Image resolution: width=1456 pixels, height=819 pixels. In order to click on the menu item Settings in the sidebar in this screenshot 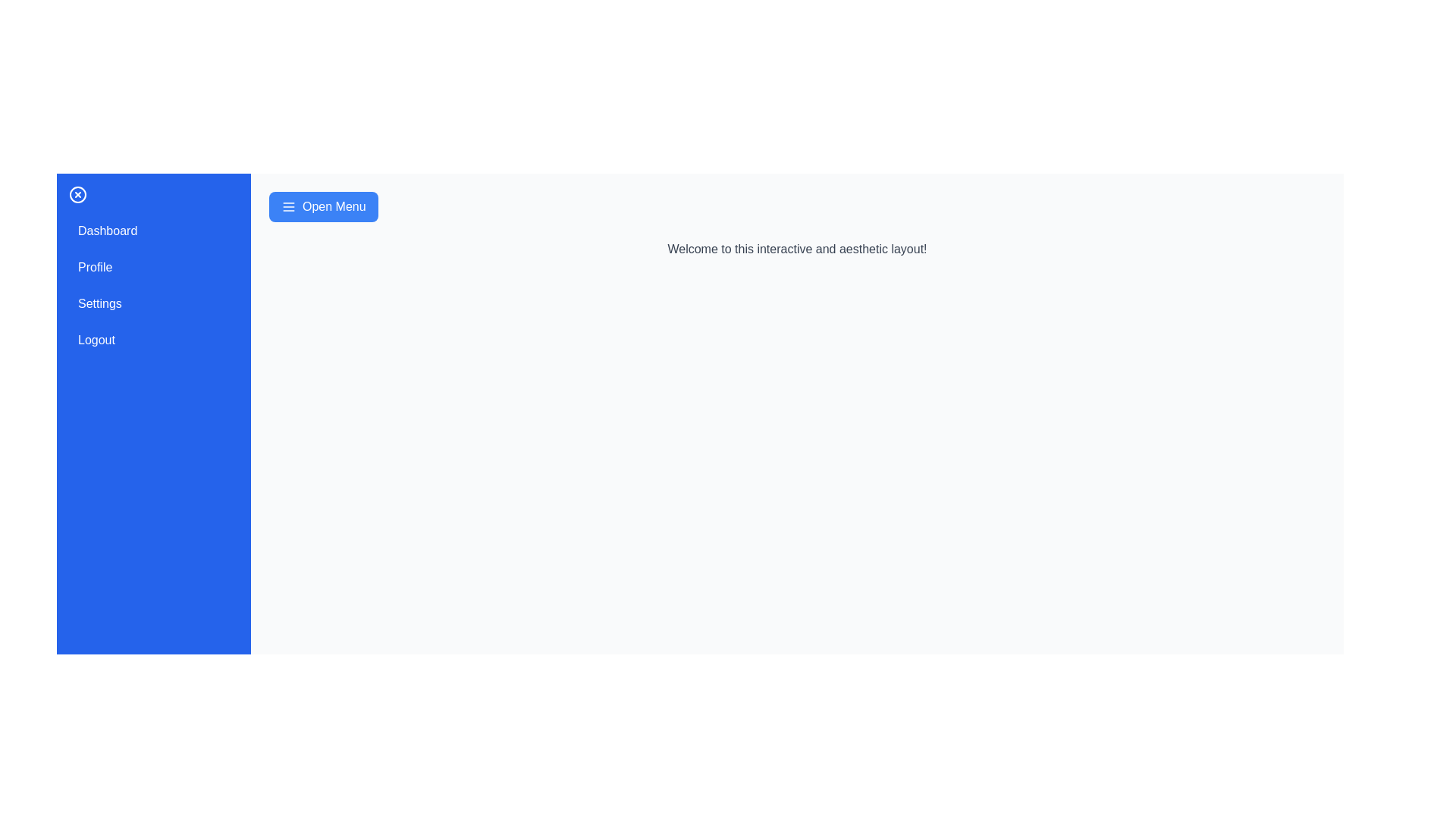, I will do `click(153, 304)`.